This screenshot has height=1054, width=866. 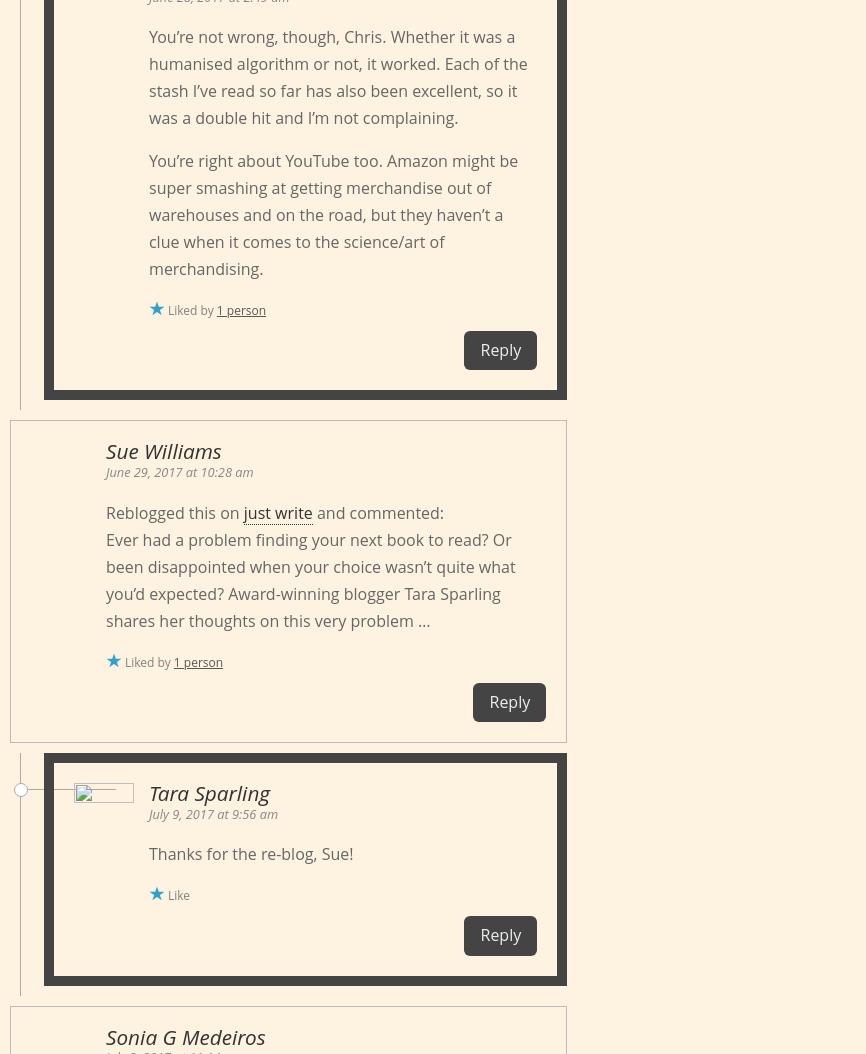 What do you see at coordinates (174, 511) in the screenshot?
I see `'Reblogged this on'` at bounding box center [174, 511].